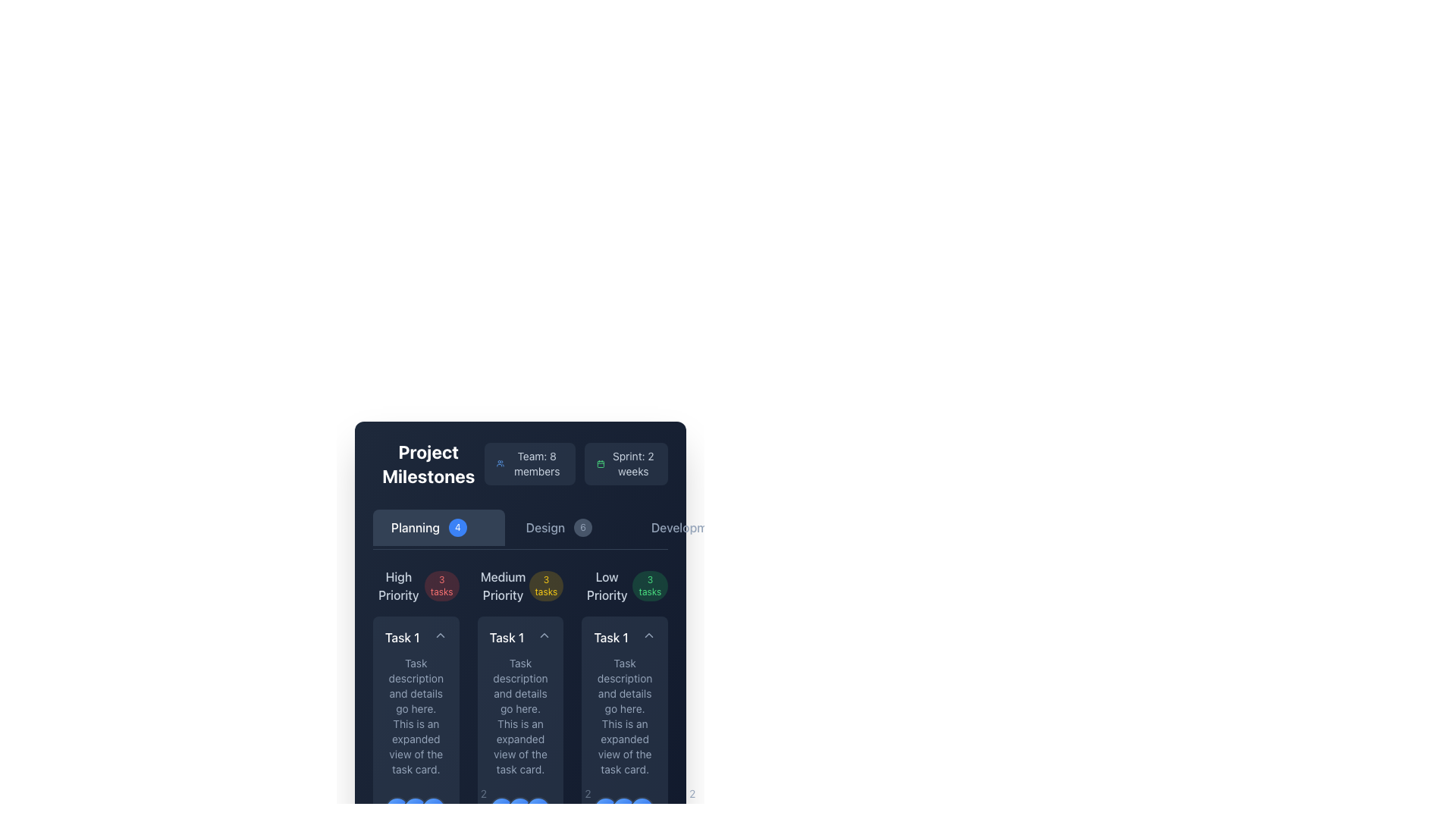 This screenshot has height=819, width=1456. I want to click on the first tab button labeled 'Planning' in the 'Project Milestones' interface to change its appearance or show more information, so click(438, 526).